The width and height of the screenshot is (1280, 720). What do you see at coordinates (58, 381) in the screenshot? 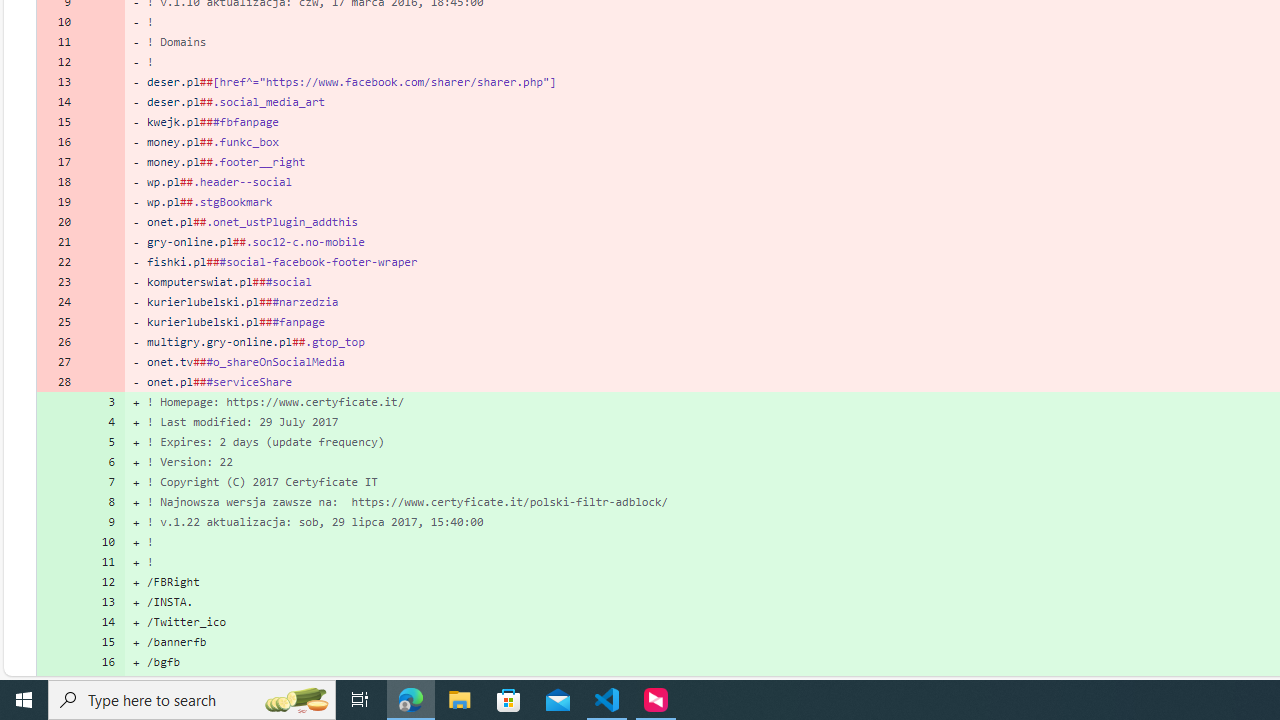
I see `'28'` at bounding box center [58, 381].